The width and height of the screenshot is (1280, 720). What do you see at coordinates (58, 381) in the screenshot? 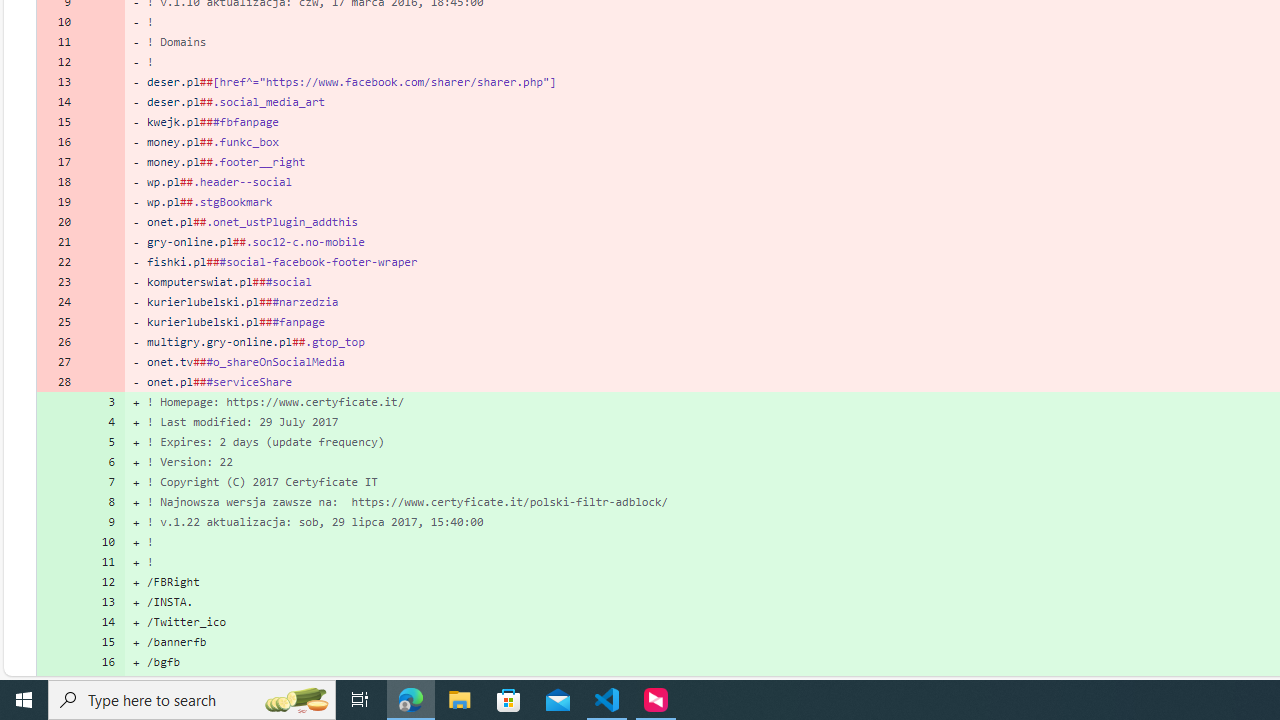
I see `'28'` at bounding box center [58, 381].